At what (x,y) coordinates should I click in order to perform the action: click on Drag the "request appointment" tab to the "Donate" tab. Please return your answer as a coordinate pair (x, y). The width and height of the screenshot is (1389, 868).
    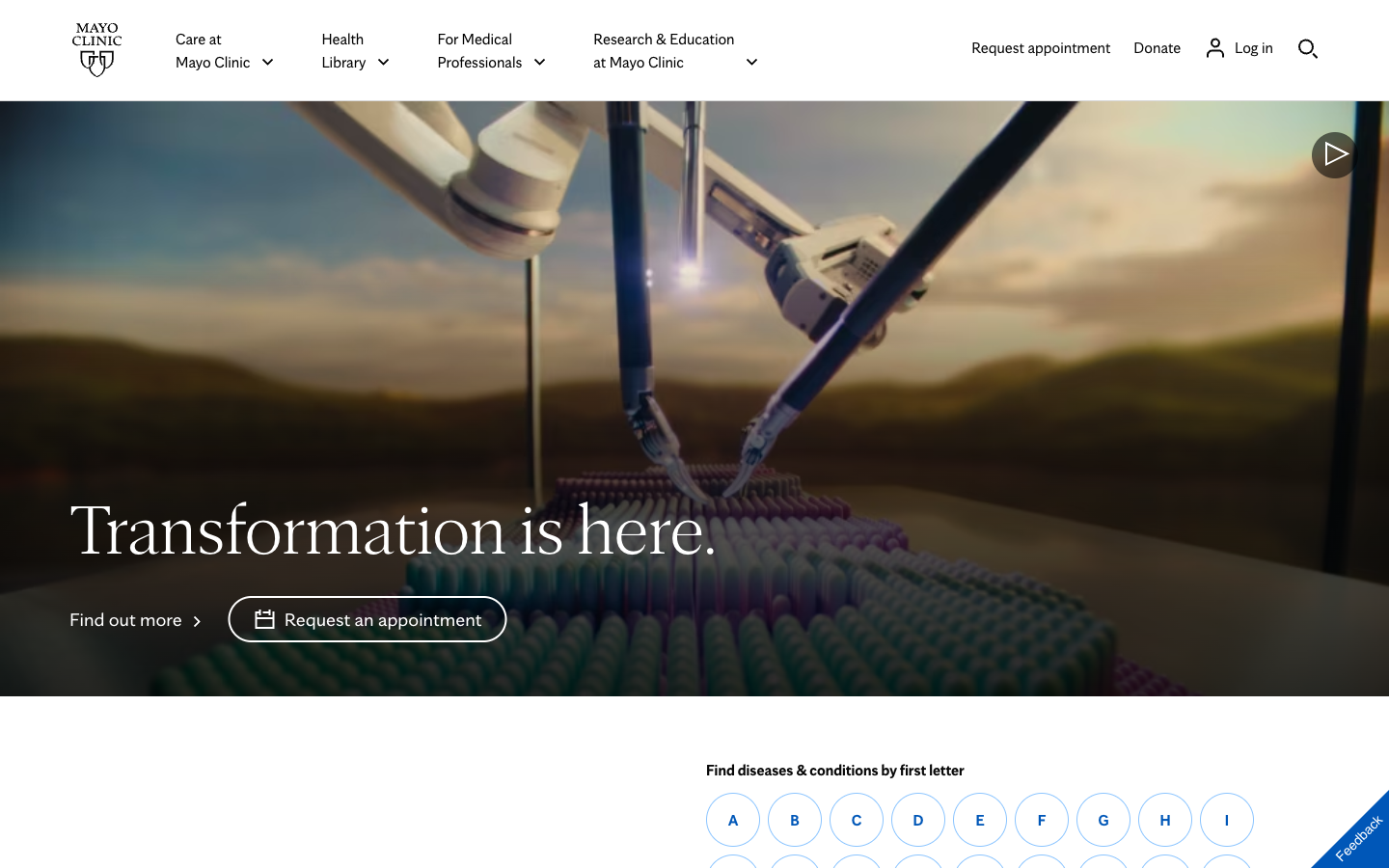
    Looking at the image, I should click on (1498731, 42532).